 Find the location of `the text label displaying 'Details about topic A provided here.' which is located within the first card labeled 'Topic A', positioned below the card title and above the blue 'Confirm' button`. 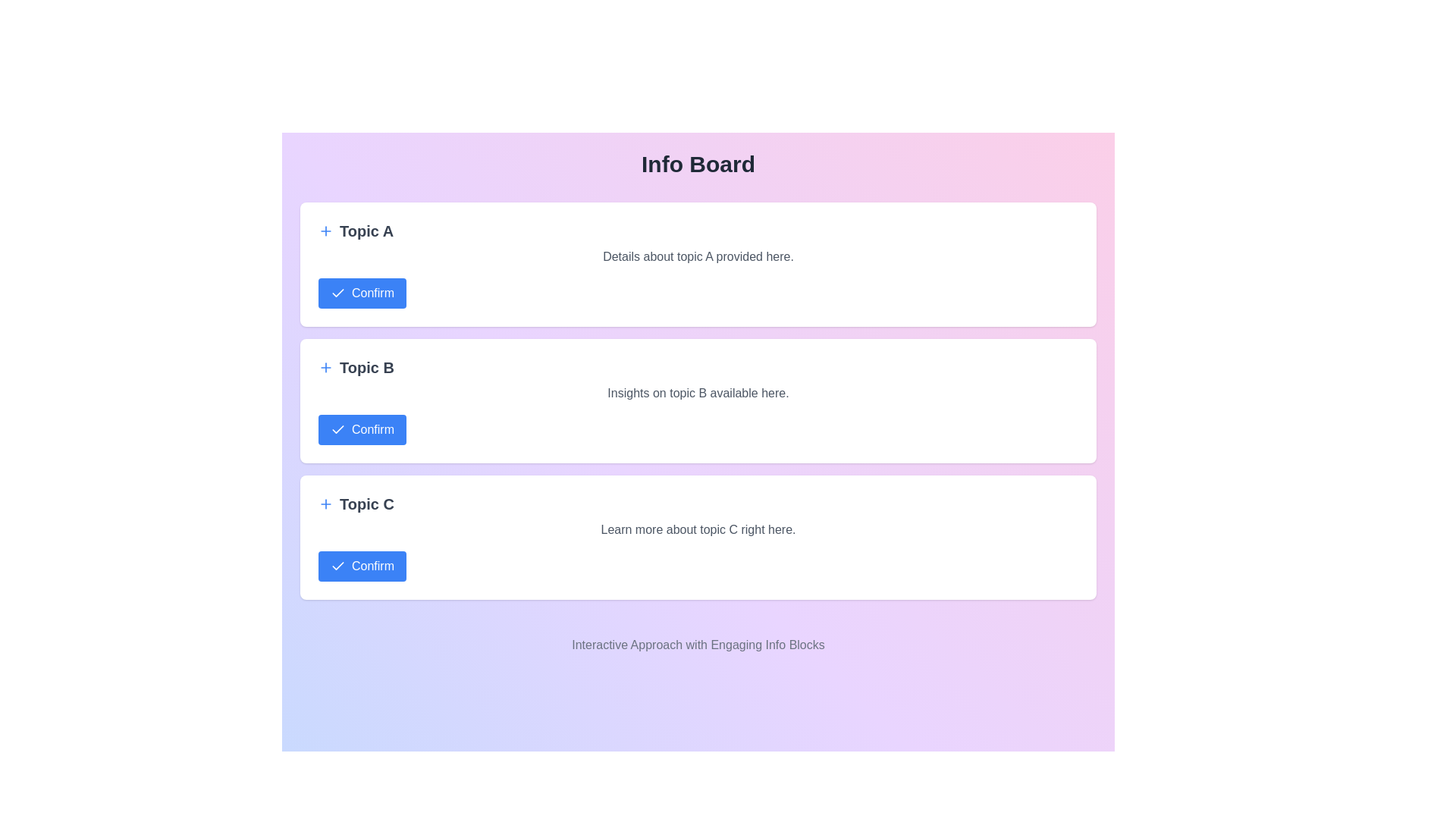

the text label displaying 'Details about topic A provided here.' which is located within the first card labeled 'Topic A', positioned below the card title and above the blue 'Confirm' button is located at coordinates (698, 256).